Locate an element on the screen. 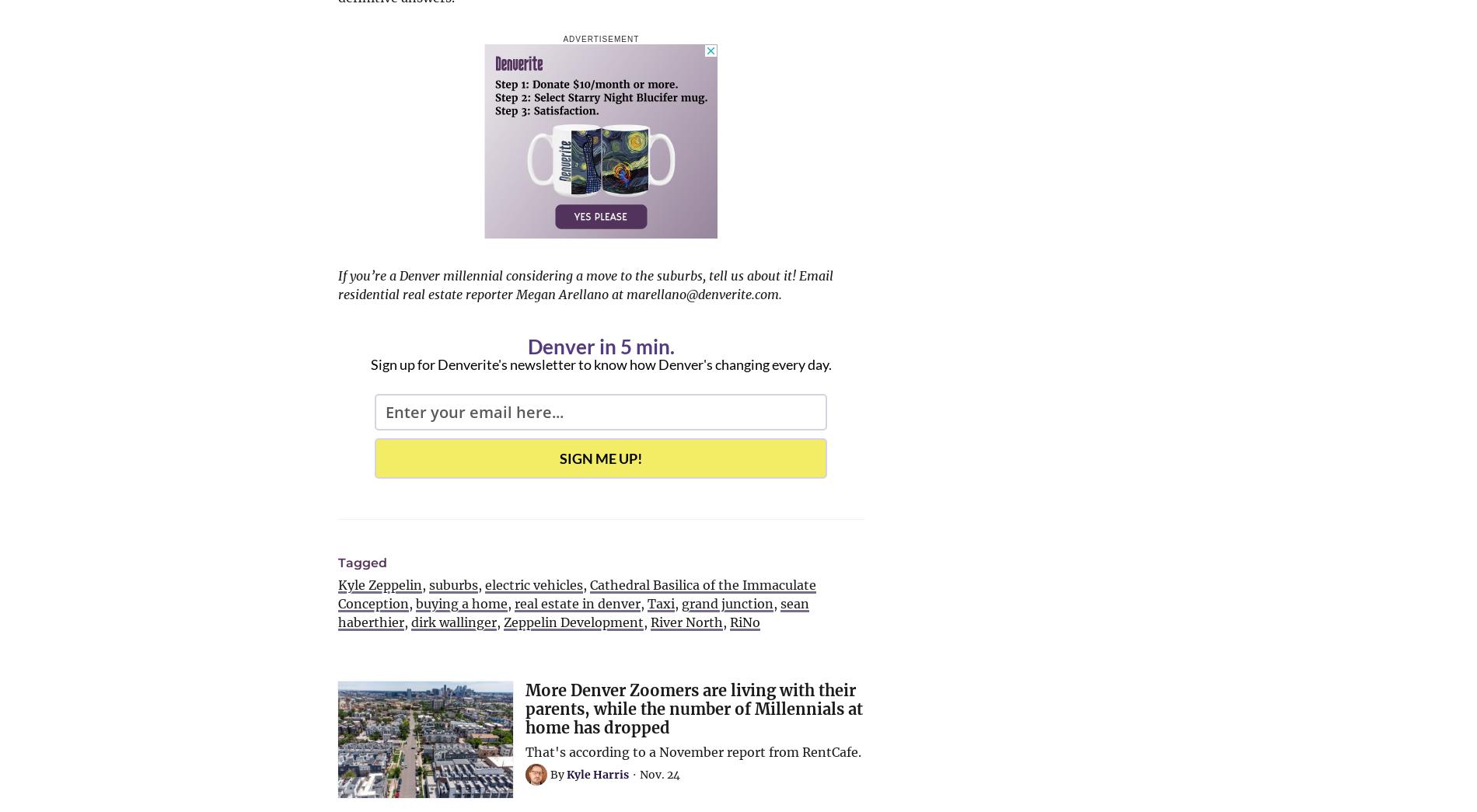 This screenshot has height=812, width=1477. 'Nov. 24' is located at coordinates (658, 775).